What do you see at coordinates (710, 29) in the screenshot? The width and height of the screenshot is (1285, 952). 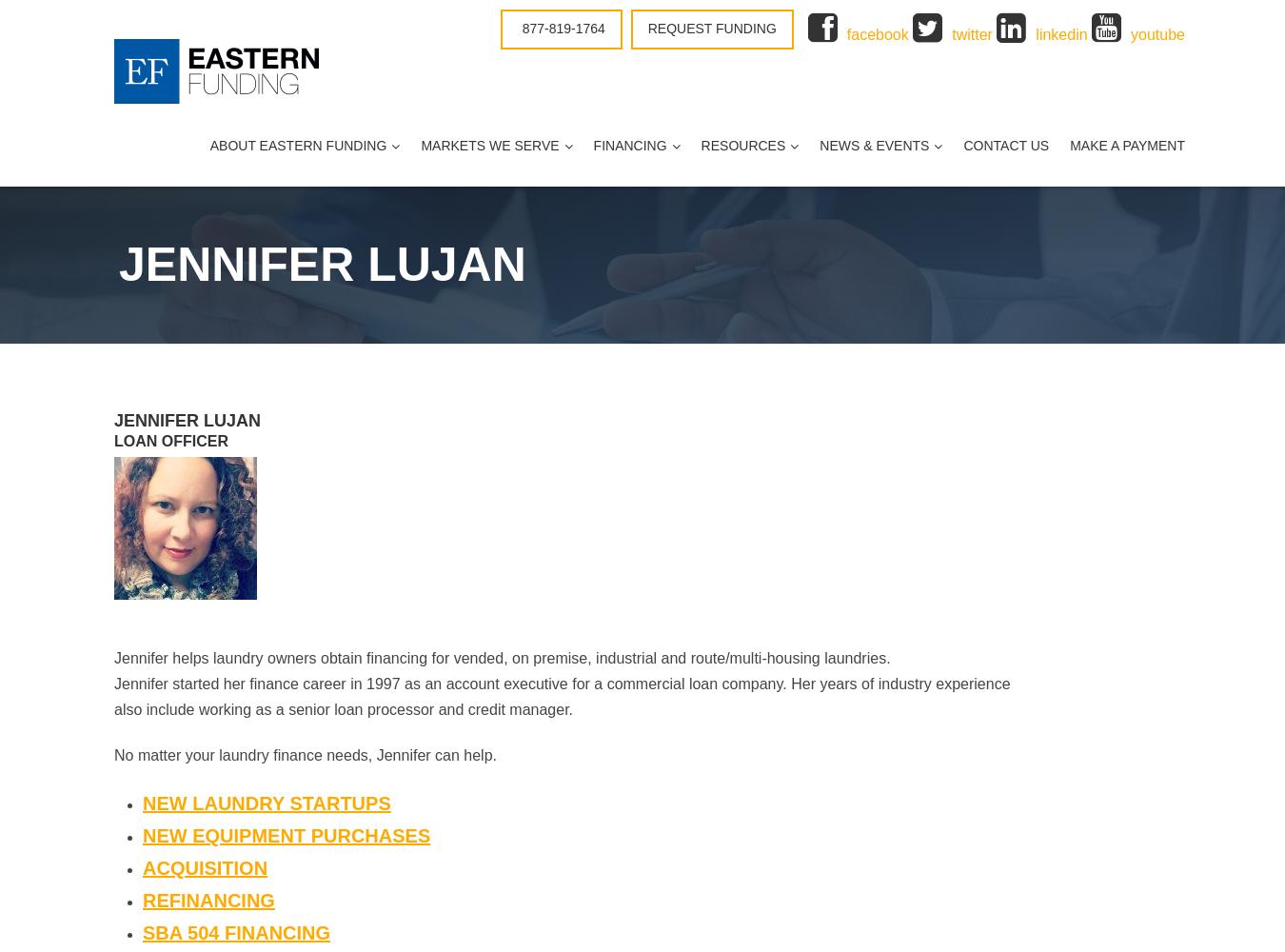 I see `'Request Funding'` at bounding box center [710, 29].